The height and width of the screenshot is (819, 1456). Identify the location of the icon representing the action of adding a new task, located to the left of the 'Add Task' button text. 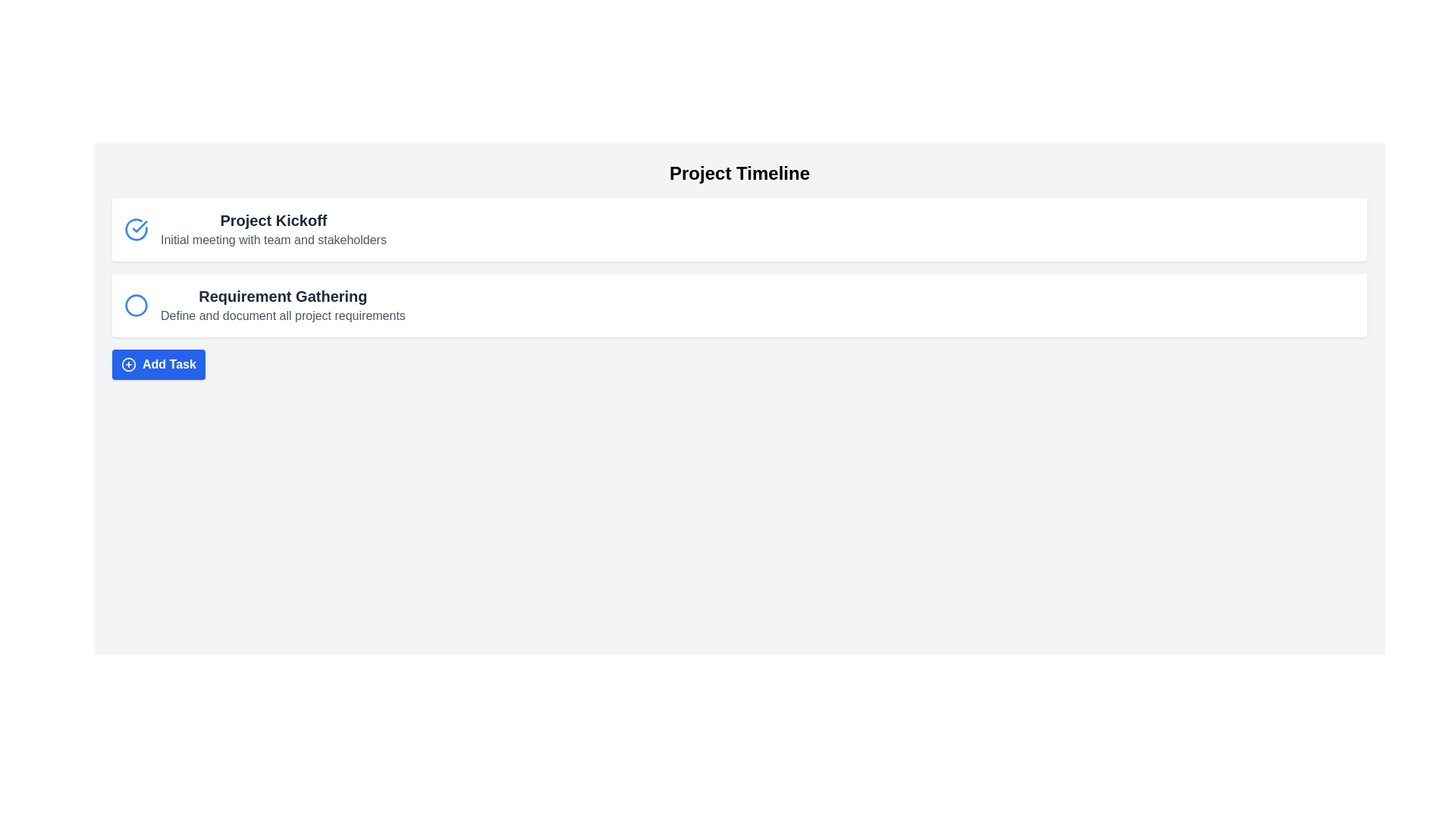
(128, 365).